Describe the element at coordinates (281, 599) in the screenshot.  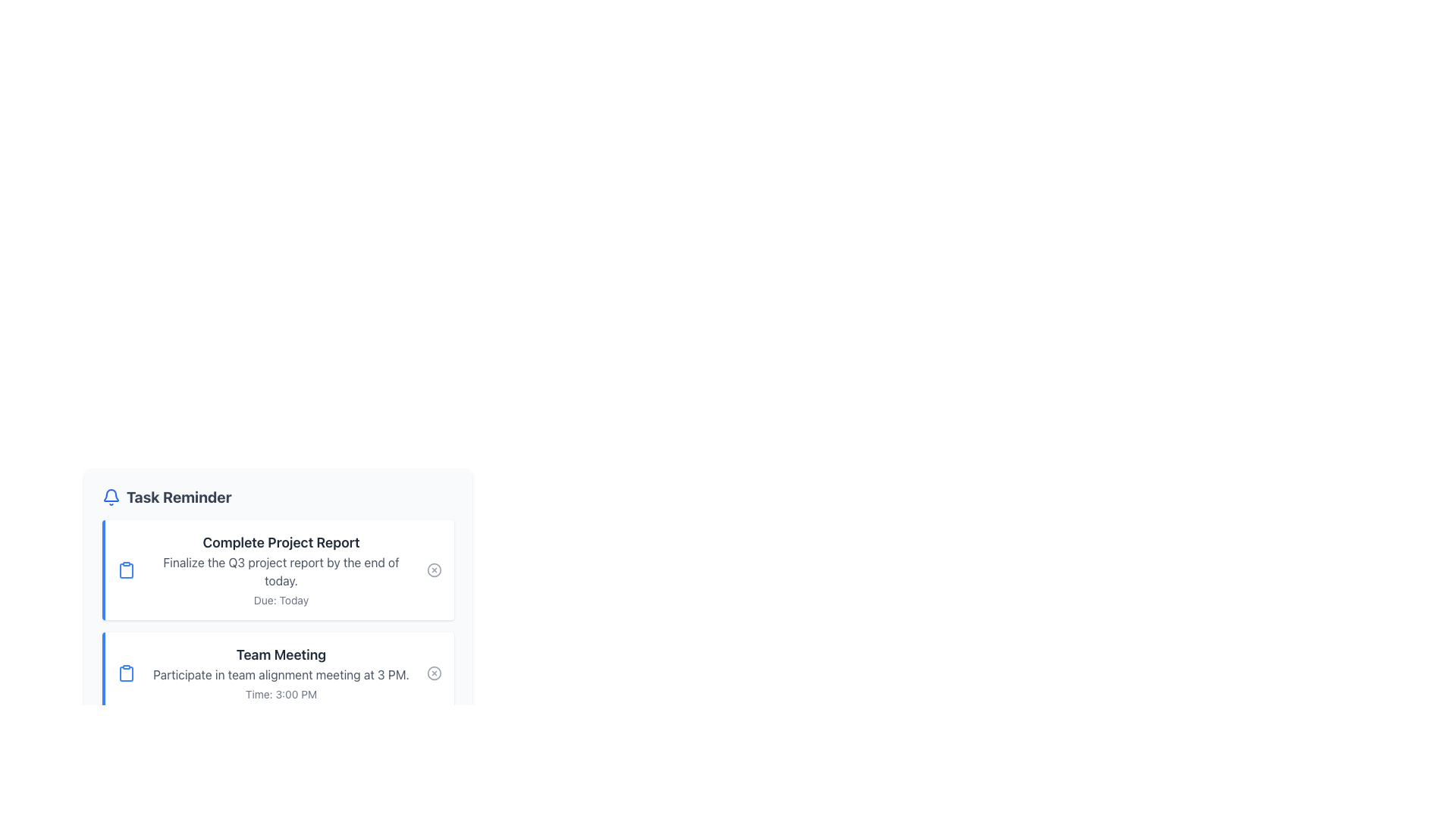
I see `text content of the gray text label displaying 'Due: Today', which is positioned centrally beneath the task description` at that location.